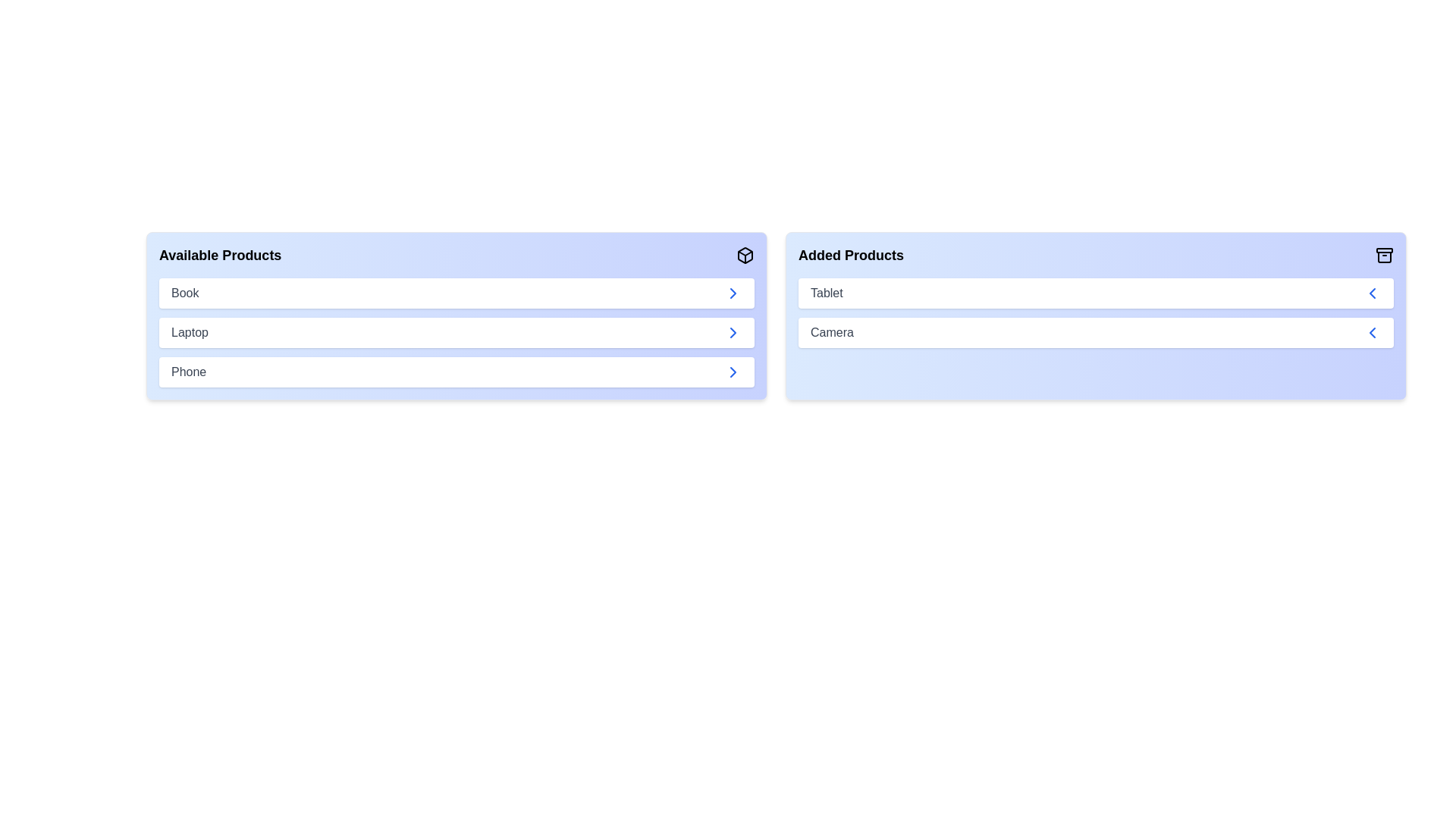 Image resolution: width=1456 pixels, height=819 pixels. Describe the element at coordinates (1372, 332) in the screenshot. I see `left arrow button next to the product 'Camera' in the 'Added Products' list to transfer it to the 'Available Products' list` at that location.